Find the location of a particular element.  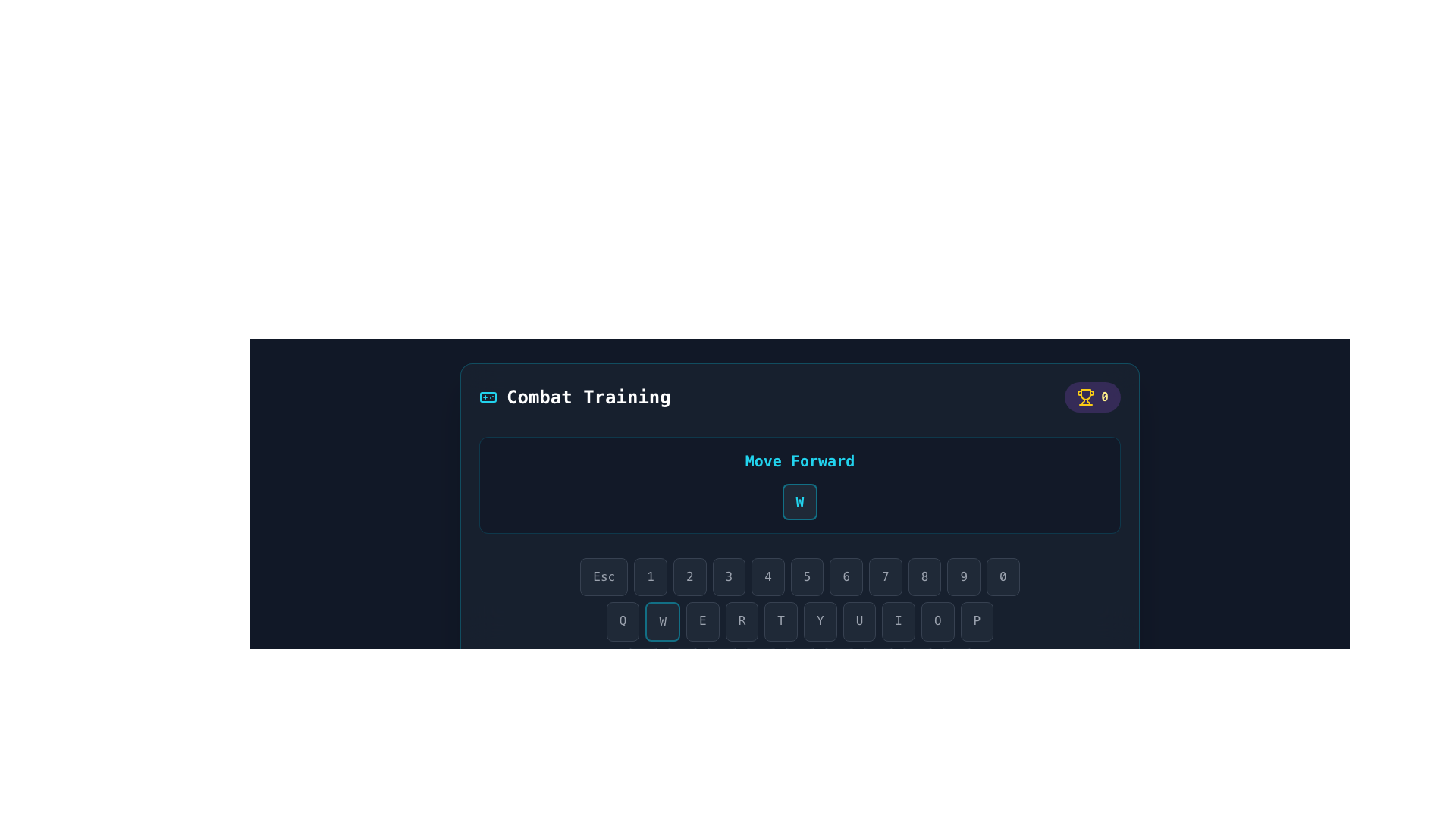

the 'Esc' key button on the virtual keyboard located in the bottom-left sector of the interface to simulate the 'Esc' keypress is located at coordinates (603, 576).